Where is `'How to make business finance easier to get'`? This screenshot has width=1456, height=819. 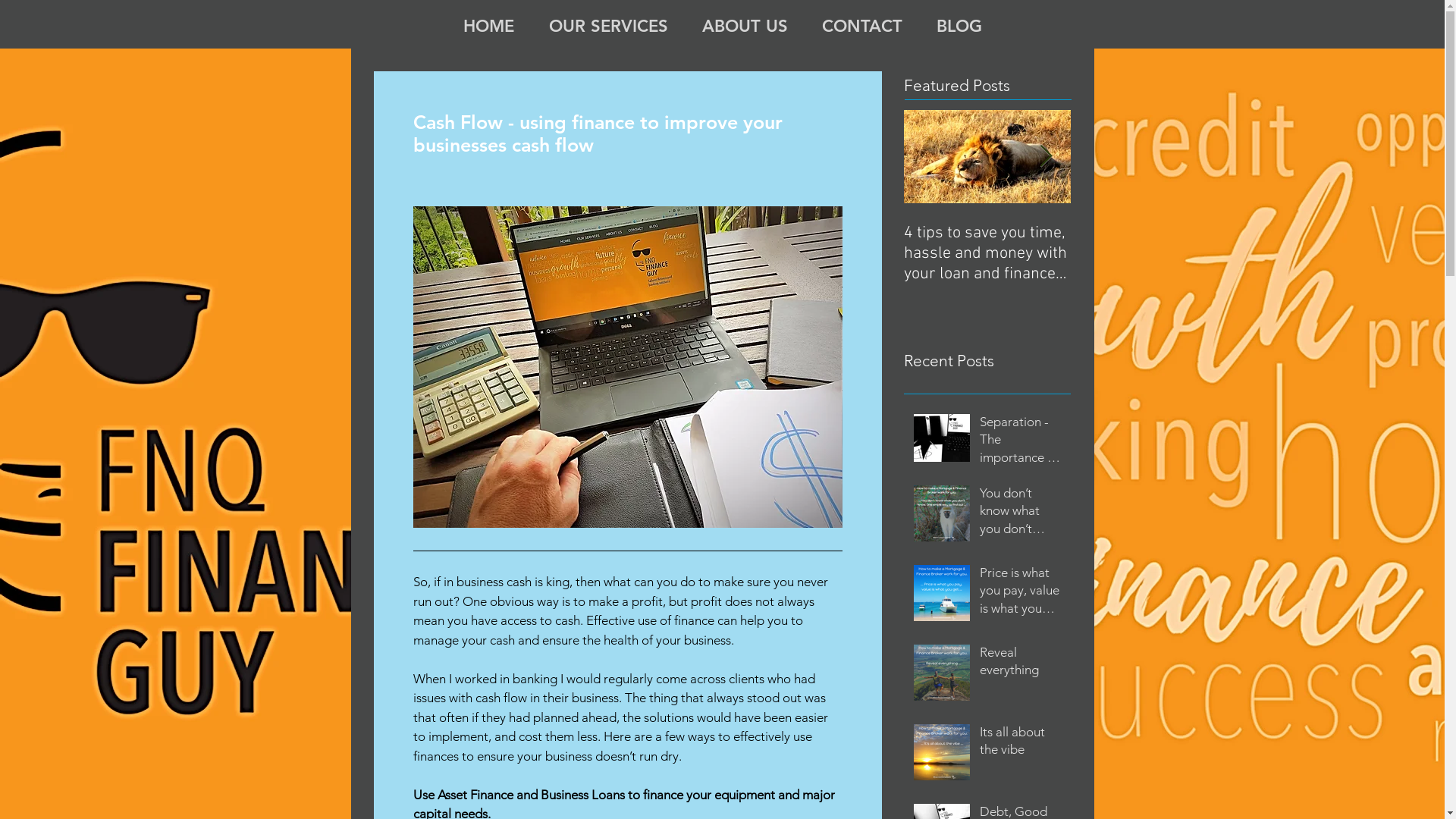
'How to make business finance easier to get' is located at coordinates (1153, 242).